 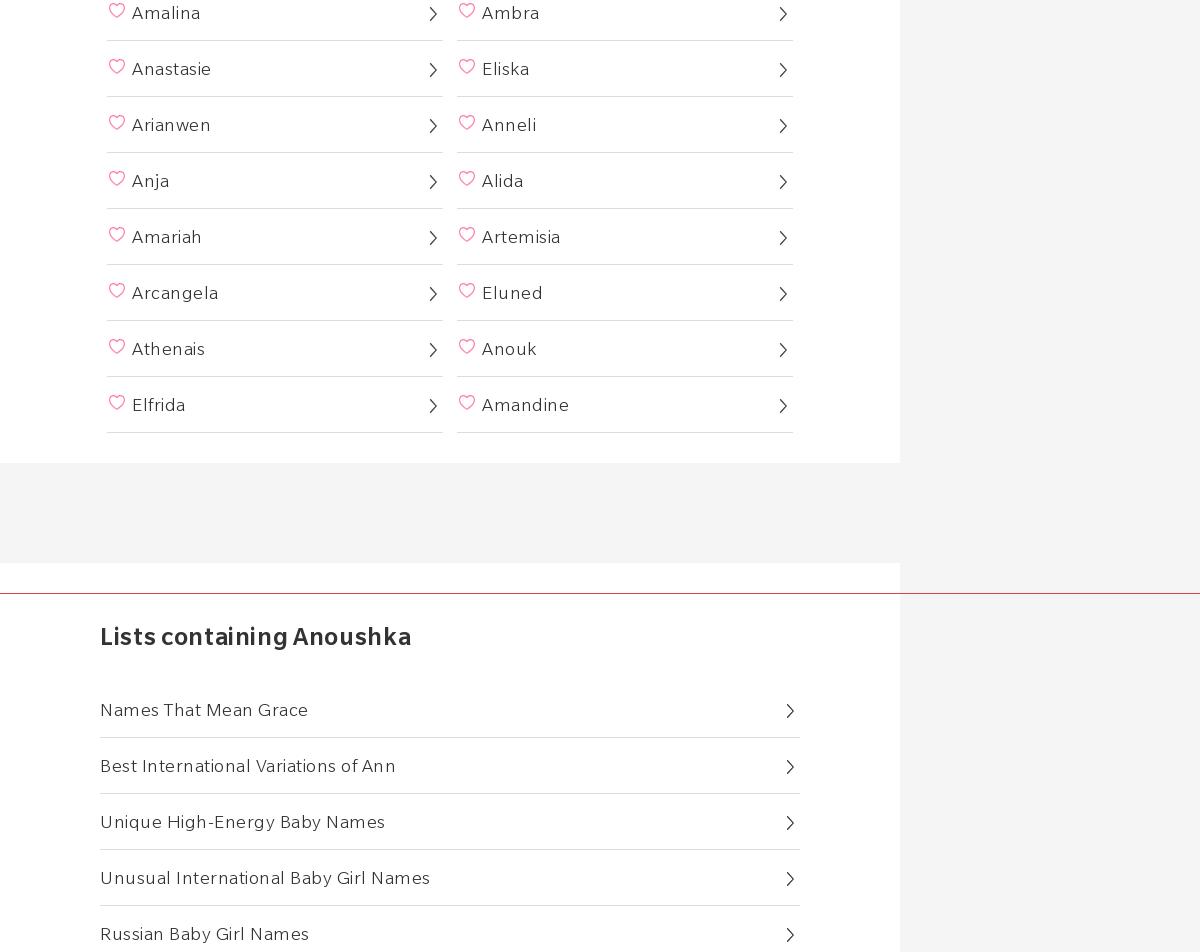 I want to click on 'Russian Baby Girl Names', so click(x=203, y=932).